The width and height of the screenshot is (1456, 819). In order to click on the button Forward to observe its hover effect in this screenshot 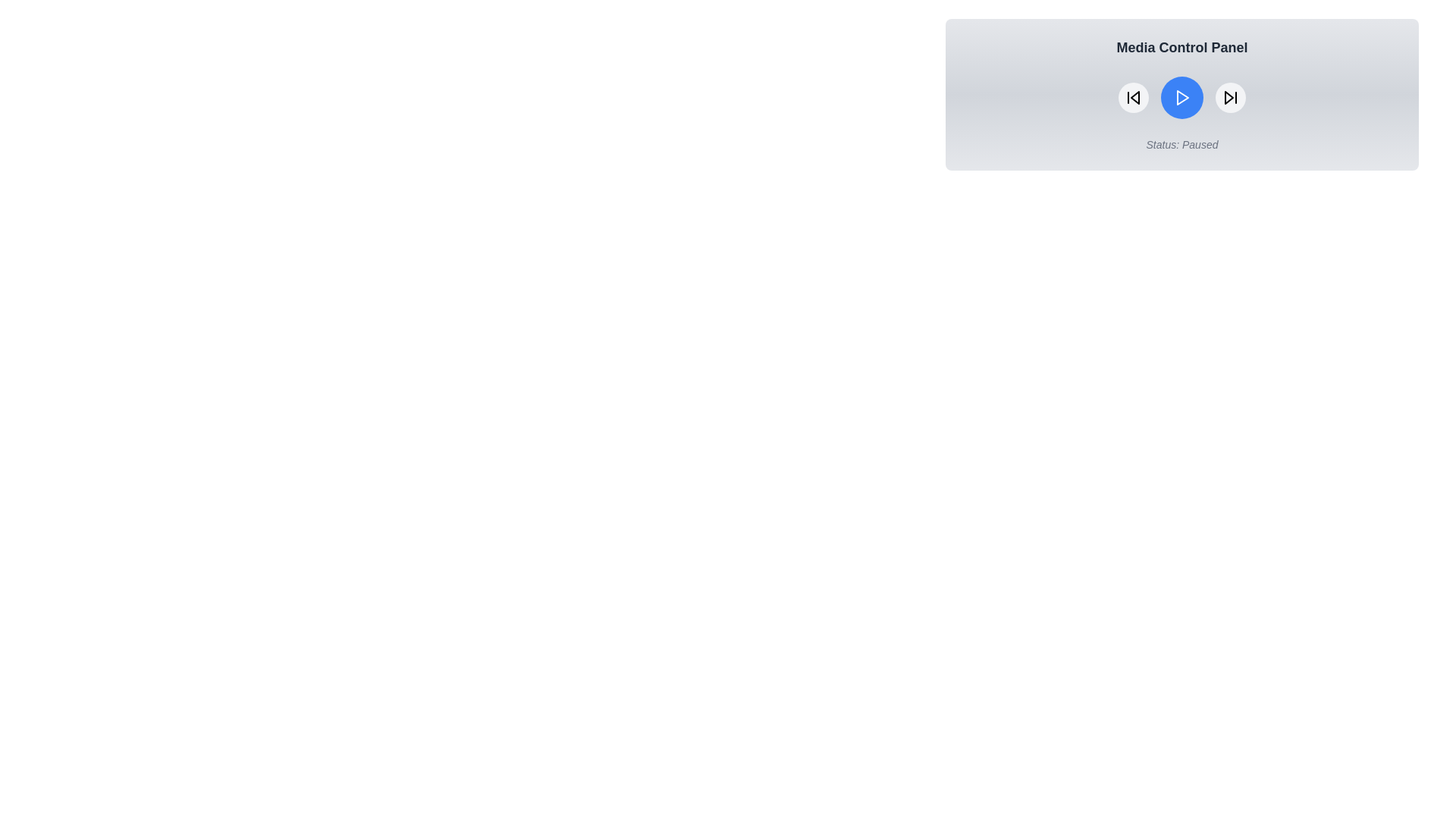, I will do `click(1230, 97)`.